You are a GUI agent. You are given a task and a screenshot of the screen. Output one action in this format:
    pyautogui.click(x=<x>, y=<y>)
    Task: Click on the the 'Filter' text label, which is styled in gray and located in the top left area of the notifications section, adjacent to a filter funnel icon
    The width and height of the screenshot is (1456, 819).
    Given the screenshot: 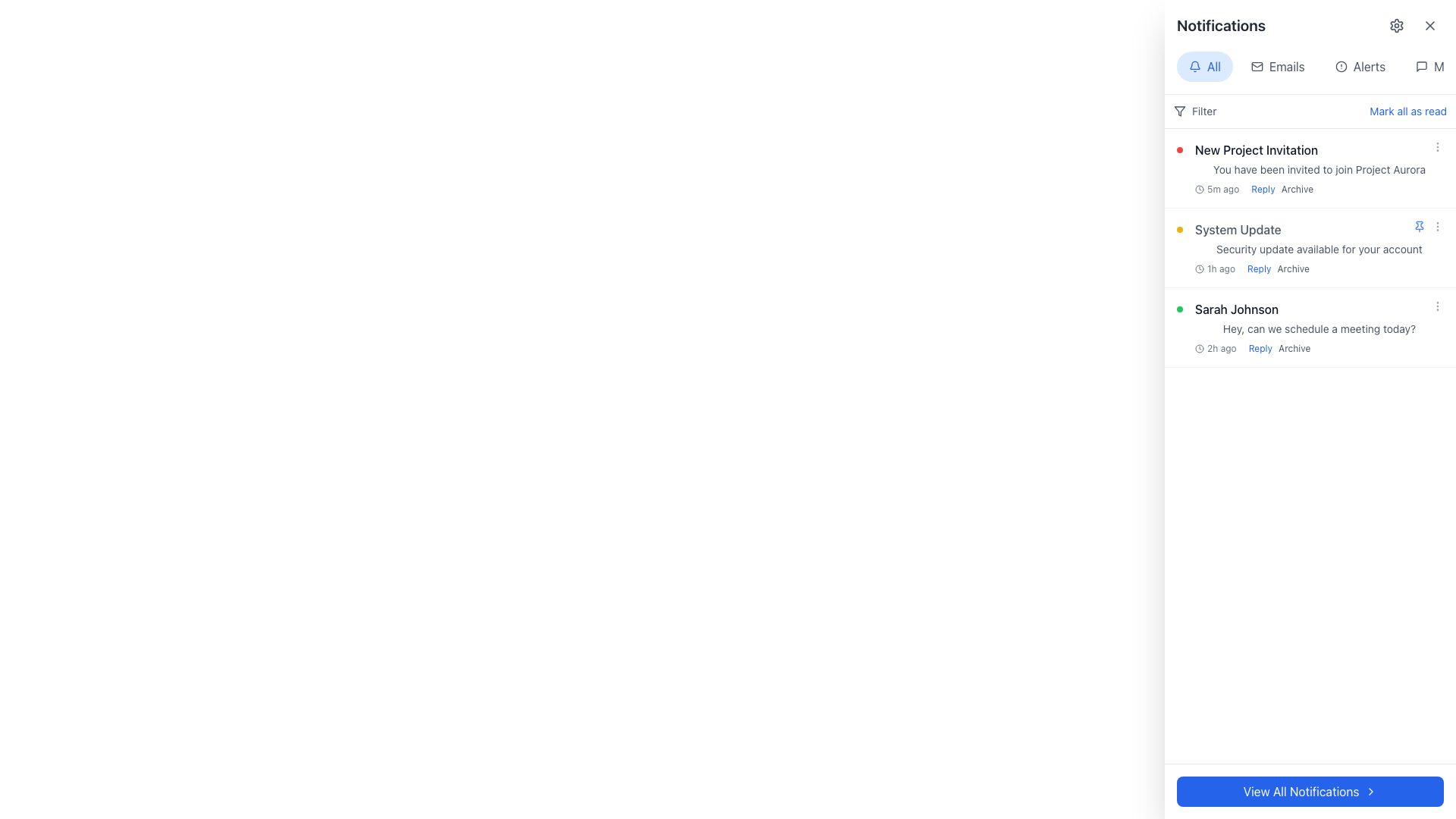 What is the action you would take?
    pyautogui.click(x=1203, y=110)
    